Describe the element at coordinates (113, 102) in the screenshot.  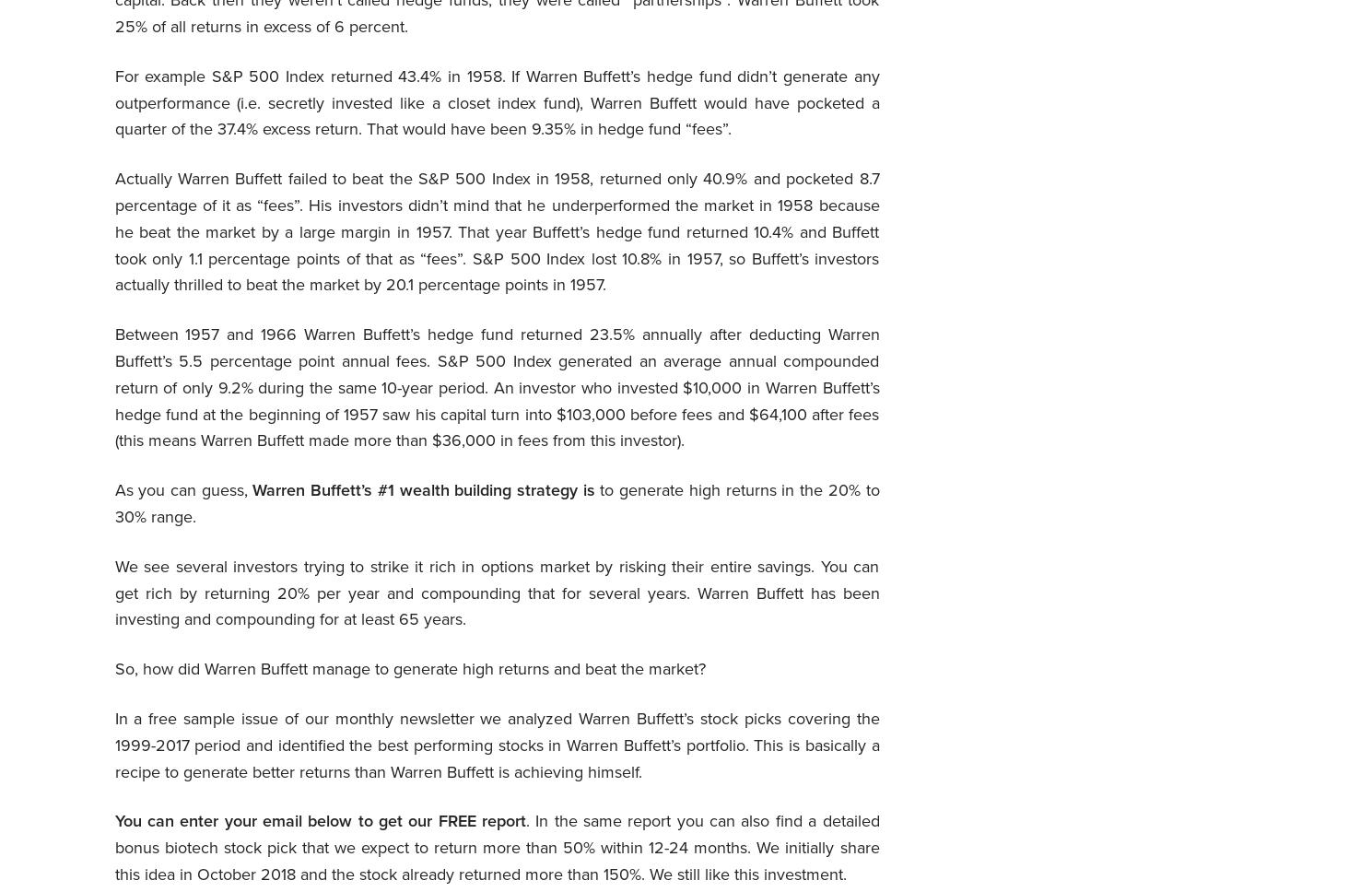
I see `'For example S&P 500 Index returned 43.4% in 1958. If Warren Buffett’s hedge fund didn’t generate any outperformance (i.e. secretly invested like a closet index fund), Warren Buffett would have pocketed a quarter of the 37.4% excess return. That would have been 9.35% in hedge fund “fees”.'` at that location.